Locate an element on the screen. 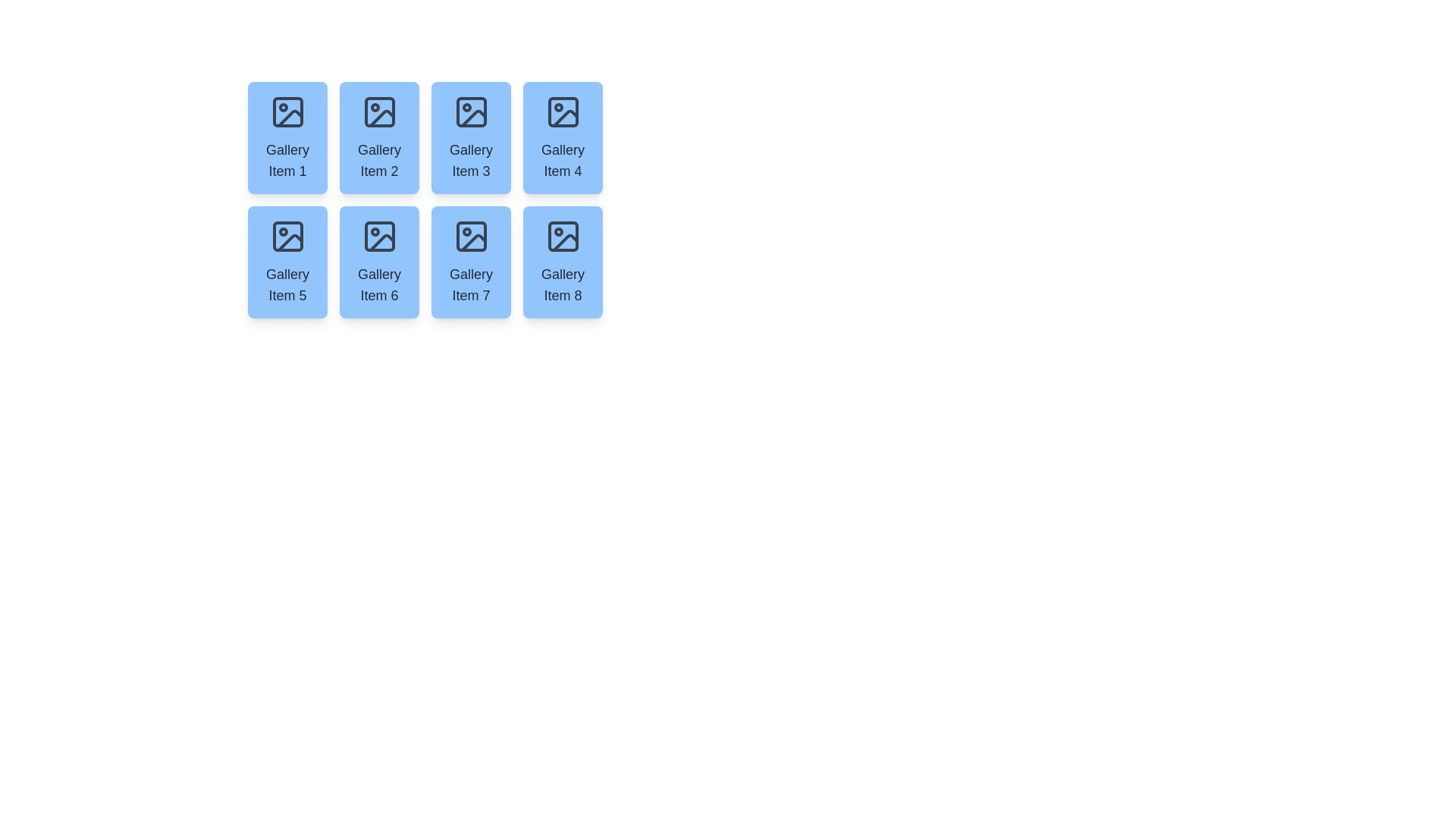 The height and width of the screenshot is (819, 1456). the gallery item card located is located at coordinates (562, 137).